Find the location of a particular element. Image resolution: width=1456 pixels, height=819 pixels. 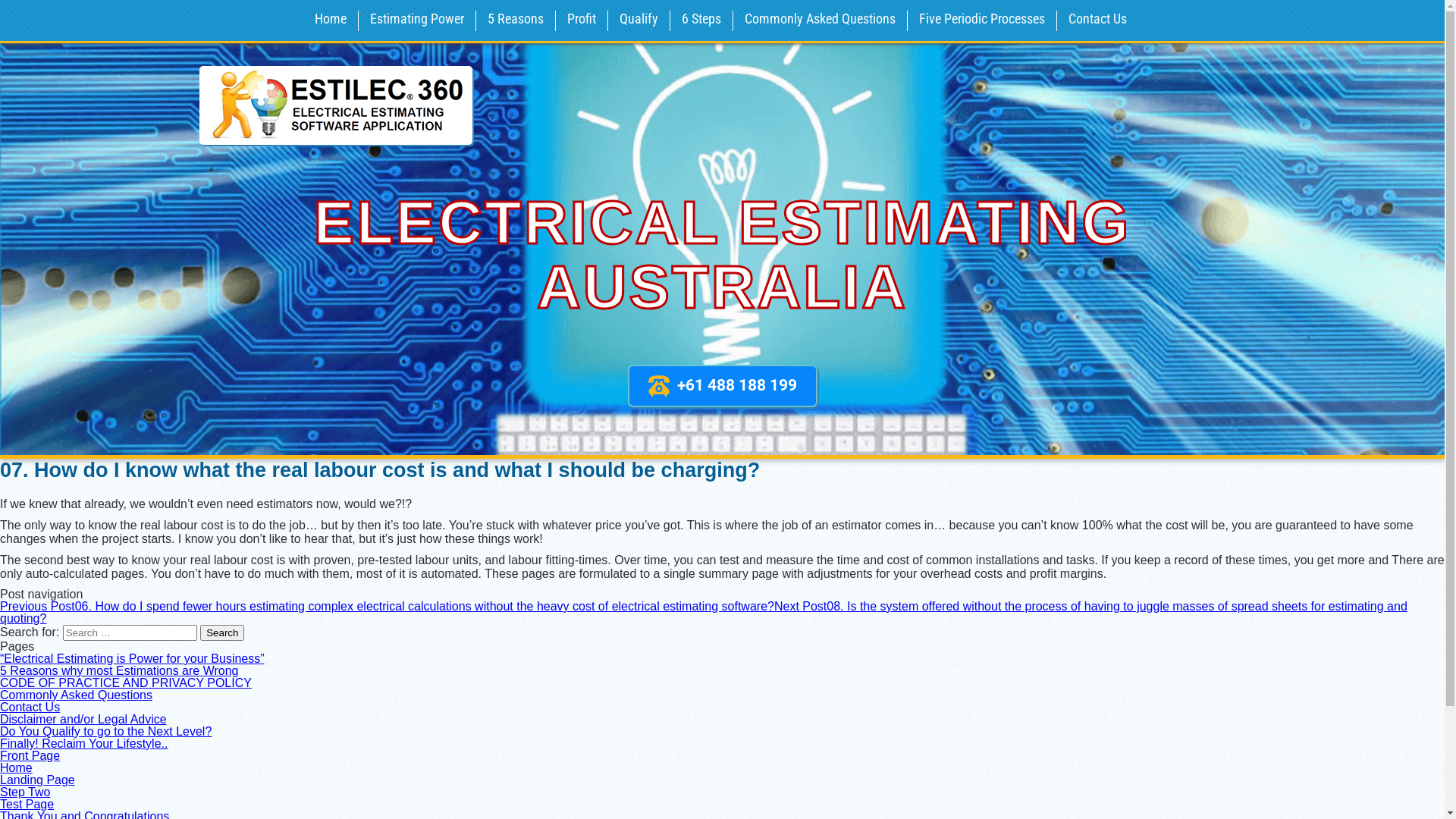

'Home' is located at coordinates (16, 767).